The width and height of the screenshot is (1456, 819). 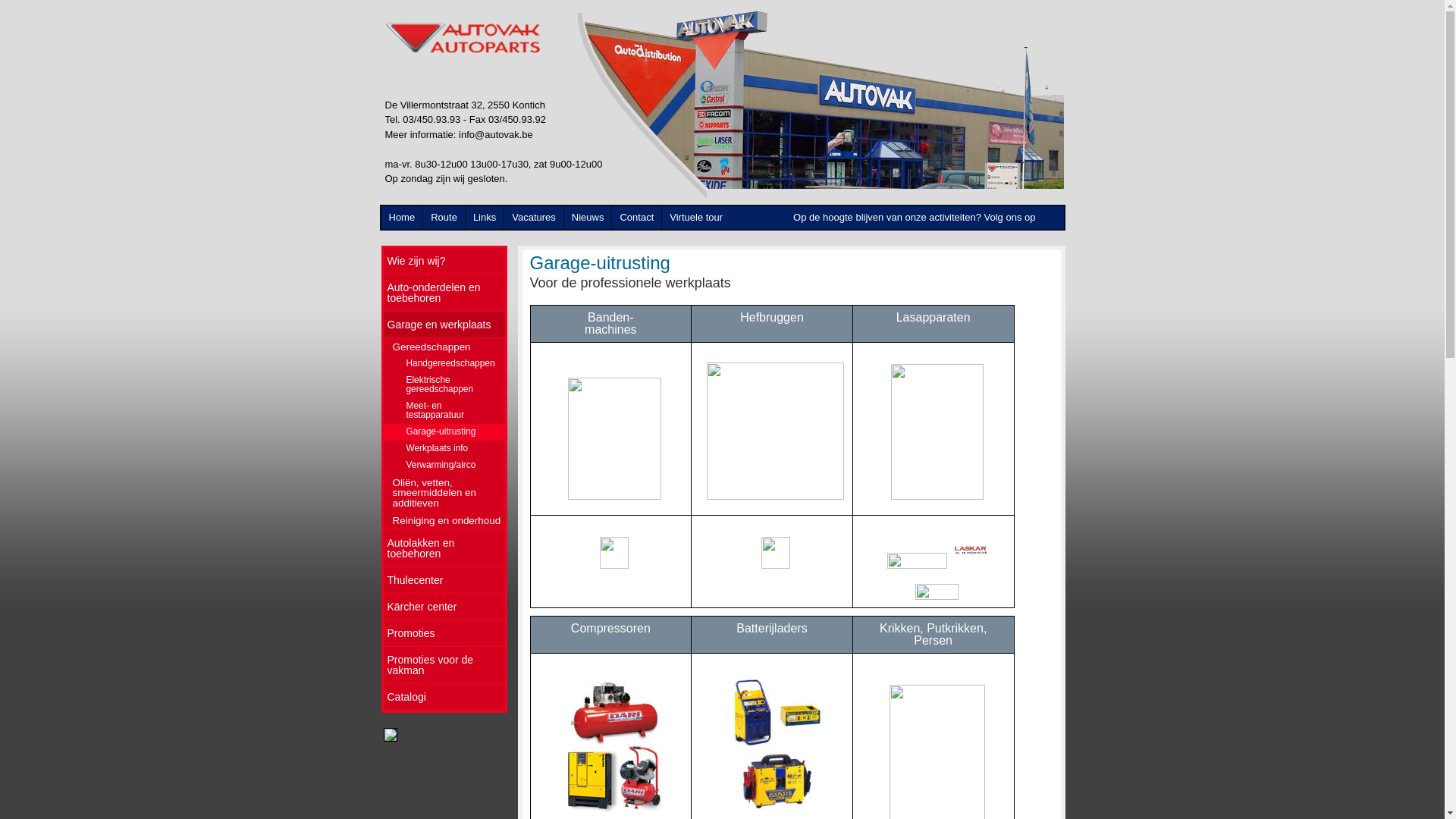 I want to click on 'Auto-onderdelen en toebehoren', so click(x=443, y=293).